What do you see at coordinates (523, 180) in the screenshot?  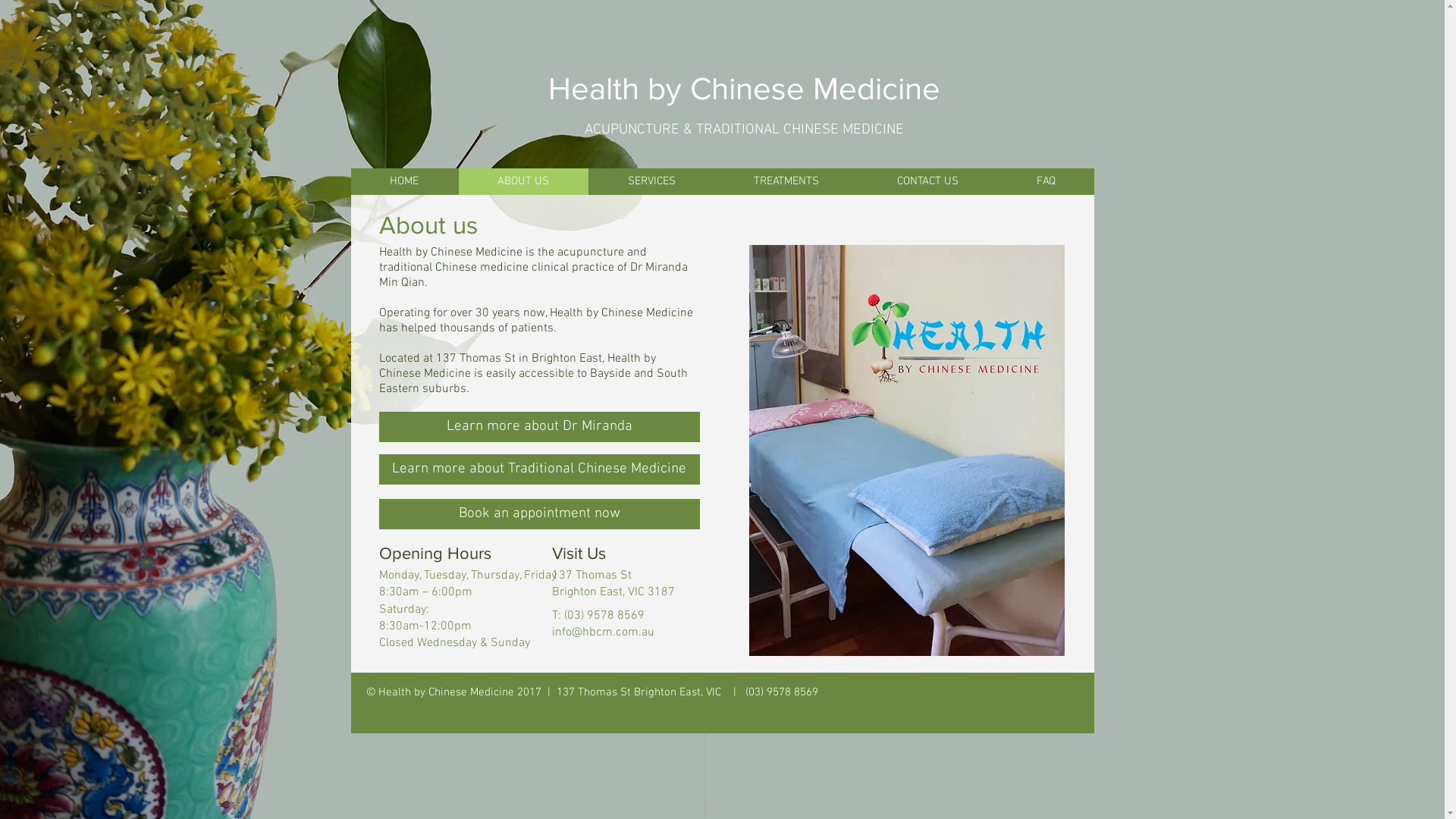 I see `'ABOUT US'` at bounding box center [523, 180].